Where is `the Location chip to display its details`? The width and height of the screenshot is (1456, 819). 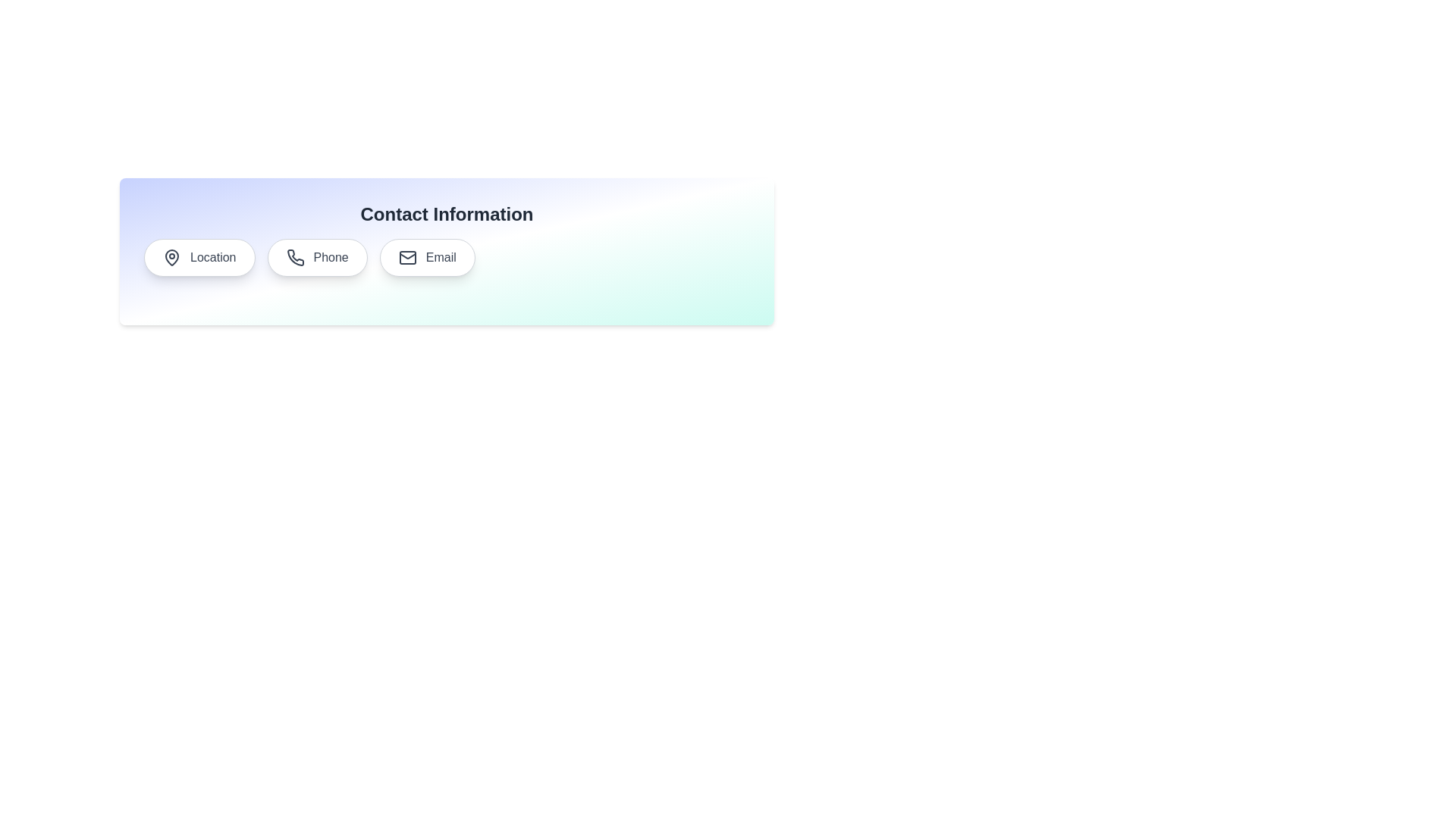
the Location chip to display its details is located at coordinates (199, 256).